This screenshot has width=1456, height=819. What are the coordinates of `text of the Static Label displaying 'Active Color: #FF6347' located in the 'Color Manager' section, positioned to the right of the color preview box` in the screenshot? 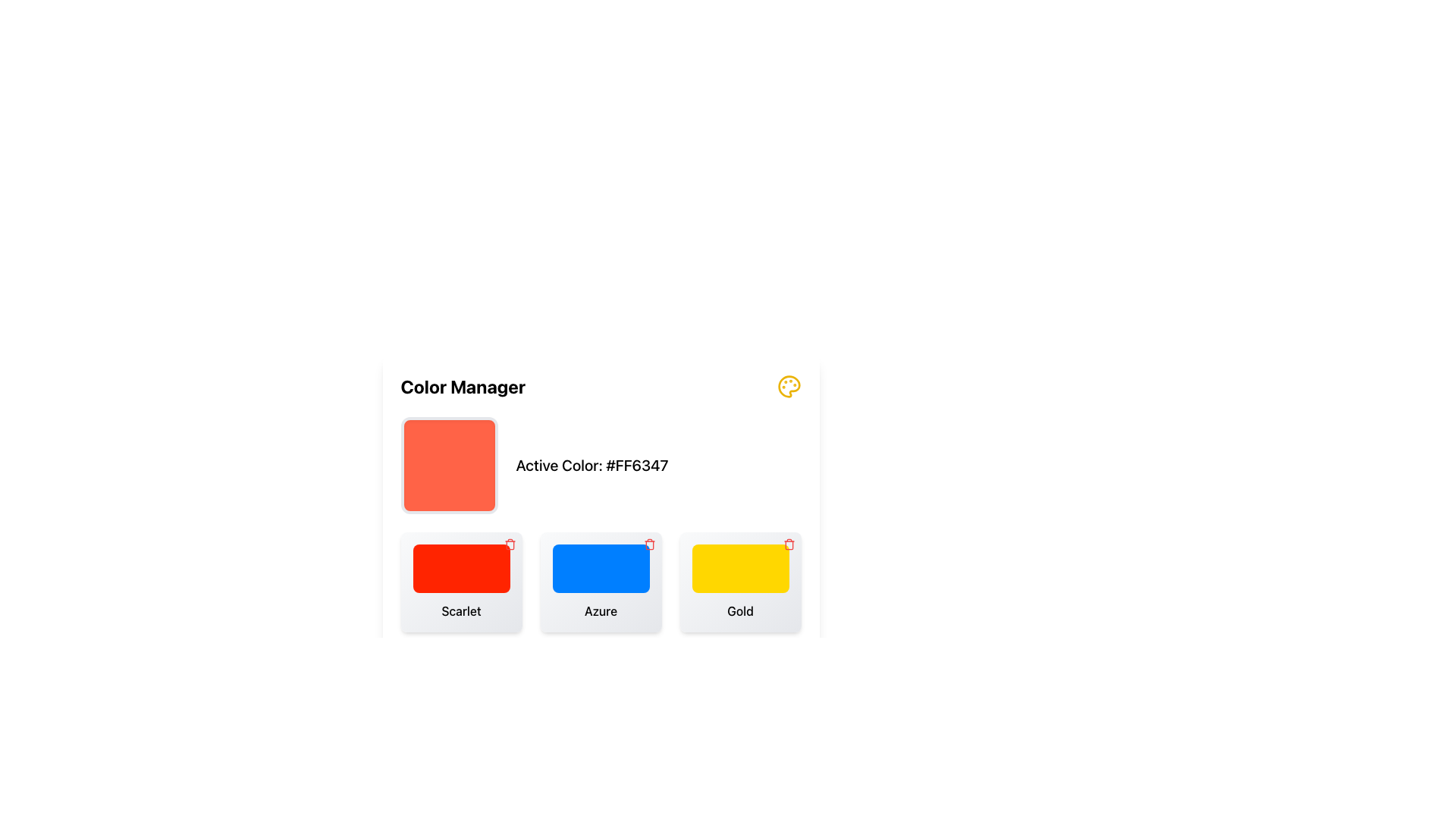 It's located at (591, 464).